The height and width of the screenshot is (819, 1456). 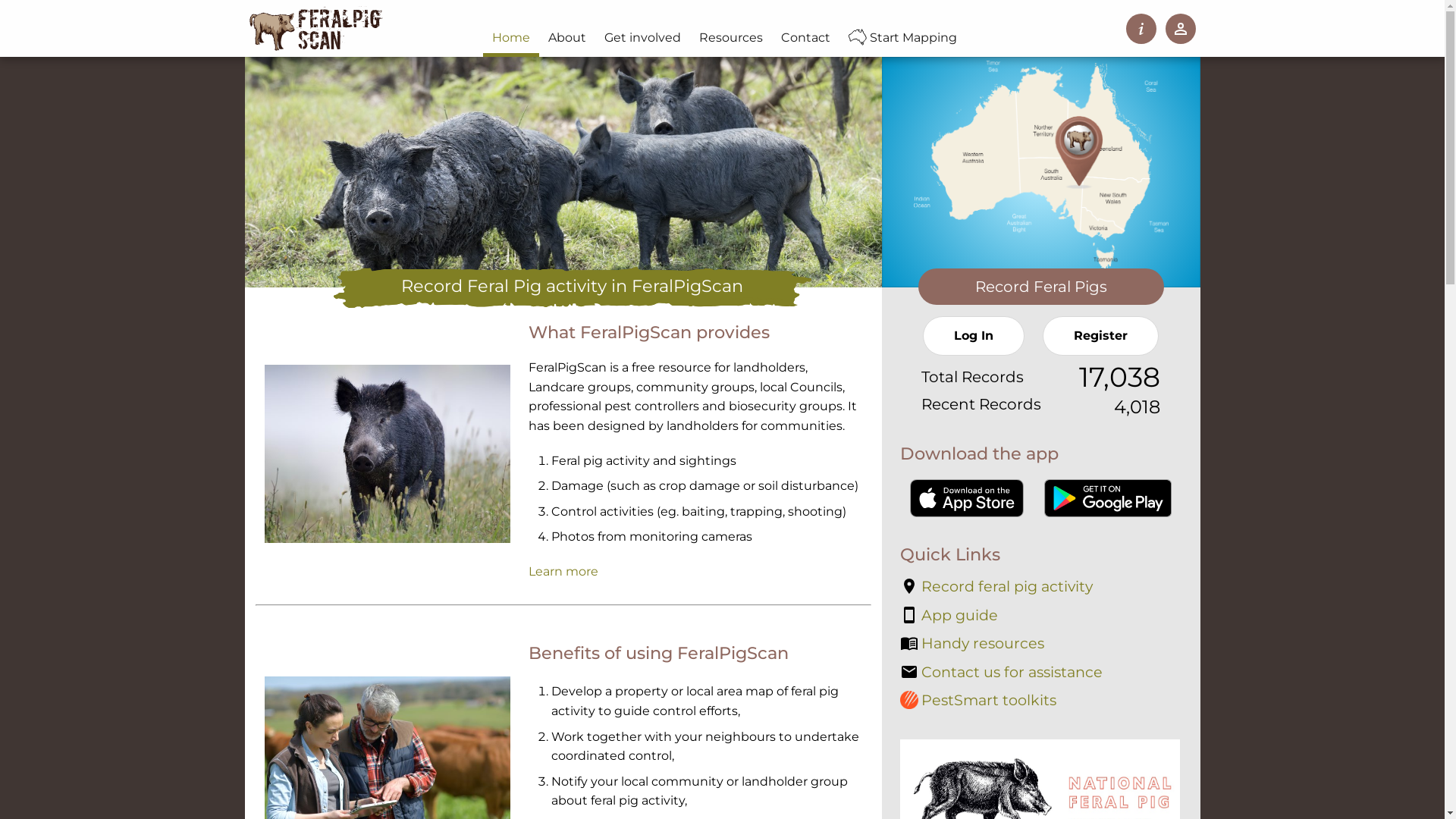 What do you see at coordinates (1140, 29) in the screenshot?
I see `'Instructions'` at bounding box center [1140, 29].